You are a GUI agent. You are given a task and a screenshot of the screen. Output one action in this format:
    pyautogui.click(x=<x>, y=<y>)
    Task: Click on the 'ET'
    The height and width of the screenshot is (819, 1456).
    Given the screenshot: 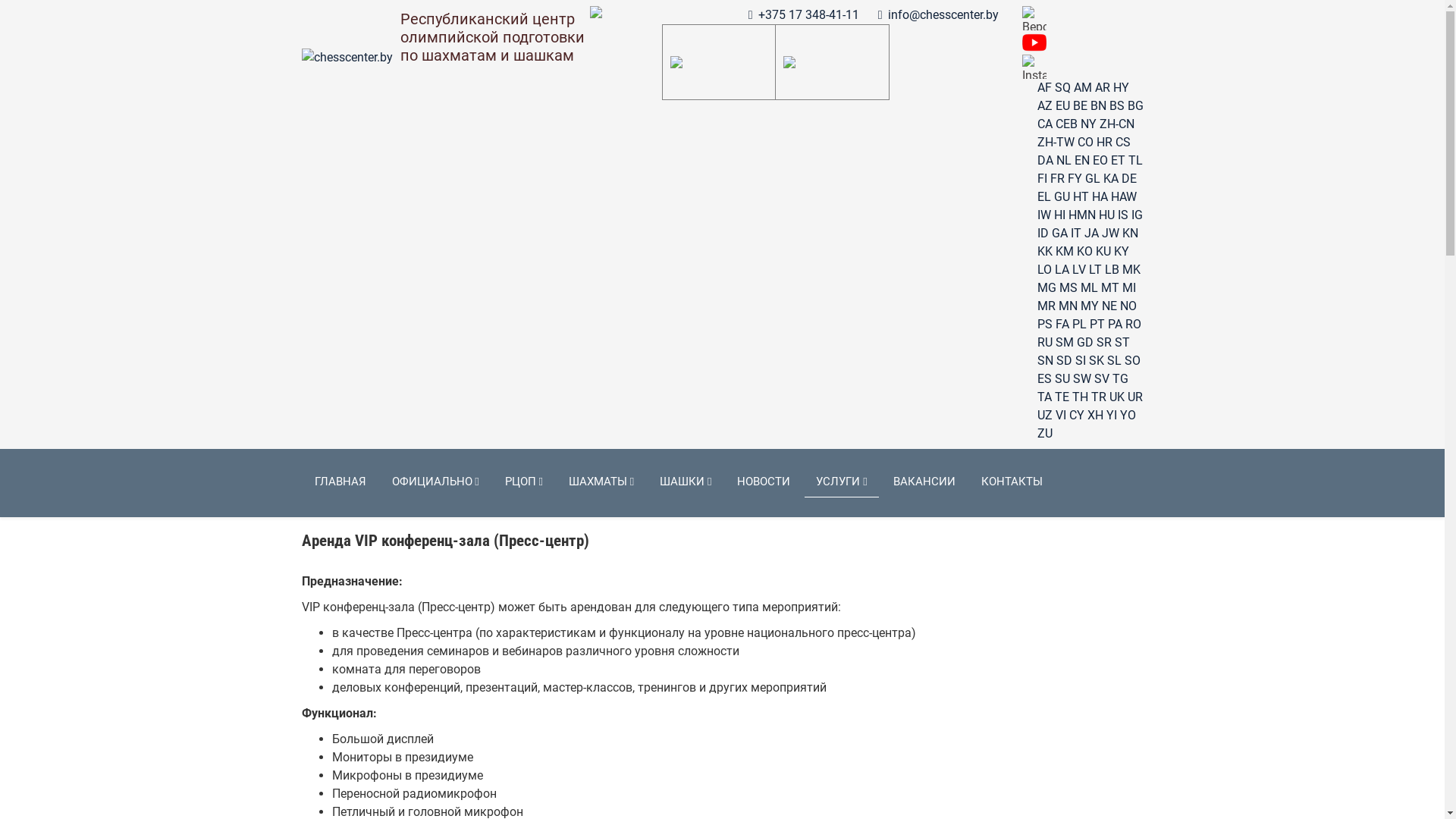 What is the action you would take?
    pyautogui.click(x=1117, y=160)
    